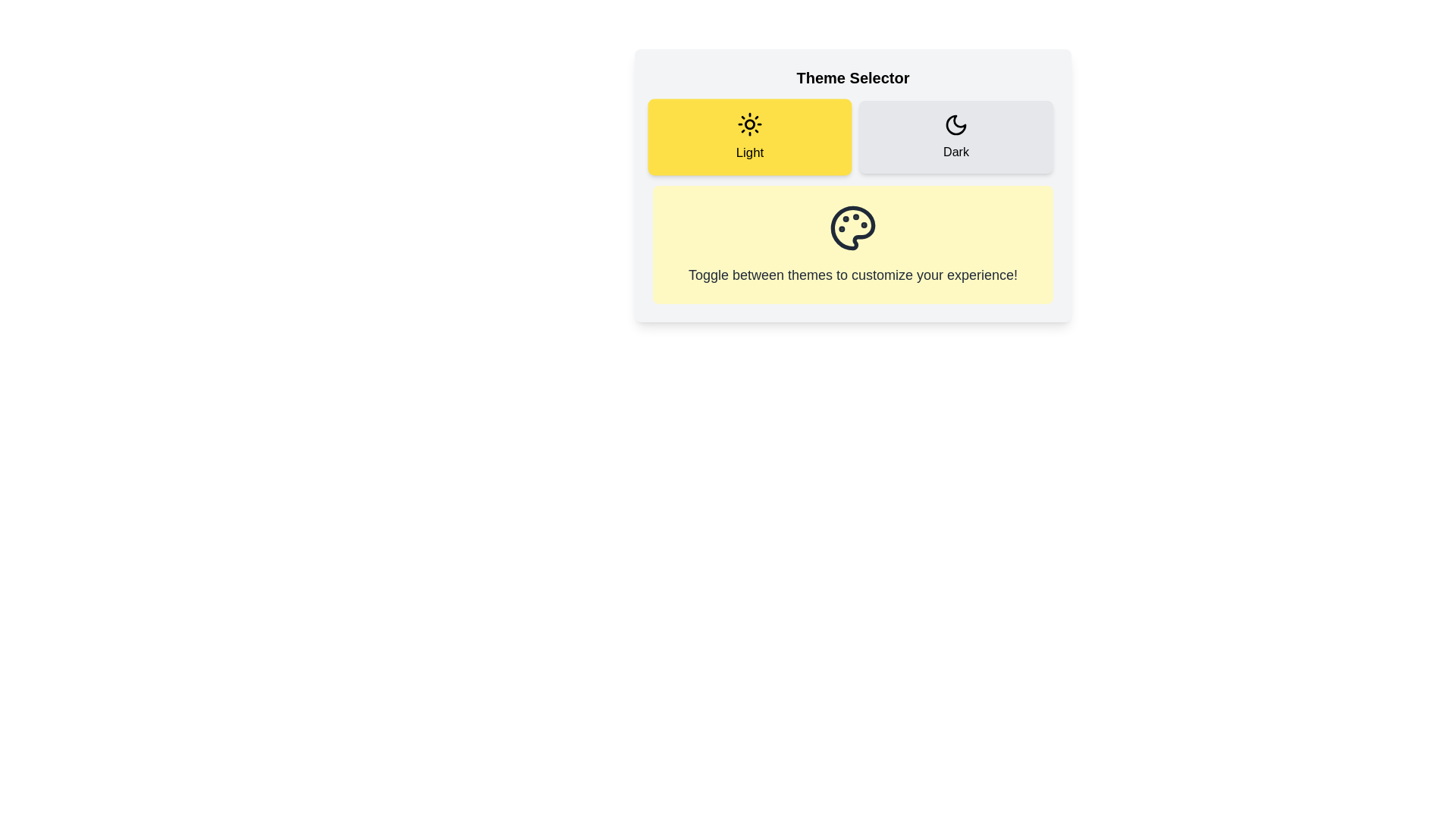 This screenshot has width=1456, height=819. Describe the element at coordinates (955, 124) in the screenshot. I see `the crescent moon icon located in the 'Dark' option of the theme selector to trigger the tooltip or feedback` at that location.